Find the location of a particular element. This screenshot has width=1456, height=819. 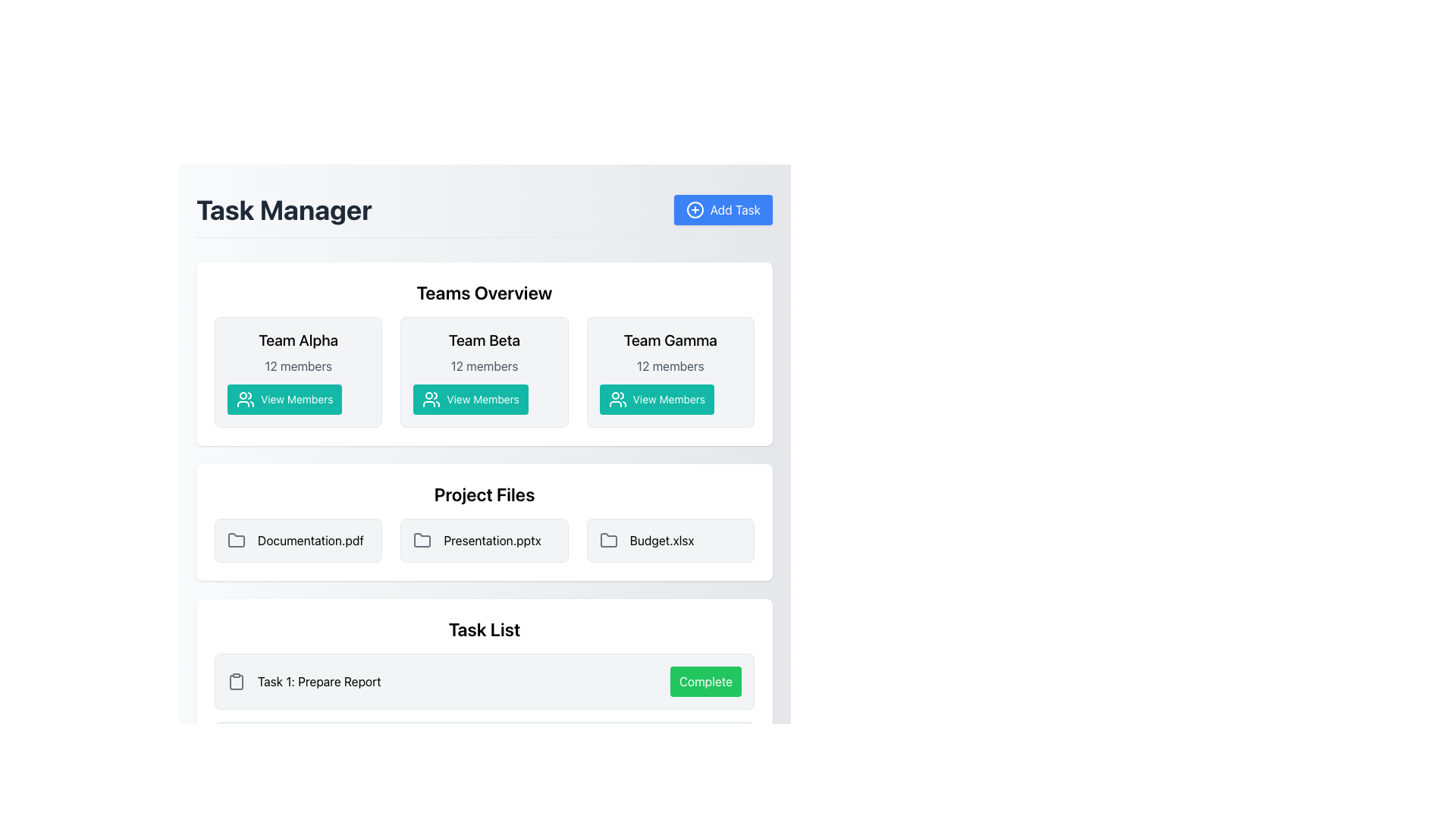

the 'Project Files' header text, which is bold and large, located at the top of a rectangular white box under the 'Teams Overview' section is located at coordinates (483, 494).